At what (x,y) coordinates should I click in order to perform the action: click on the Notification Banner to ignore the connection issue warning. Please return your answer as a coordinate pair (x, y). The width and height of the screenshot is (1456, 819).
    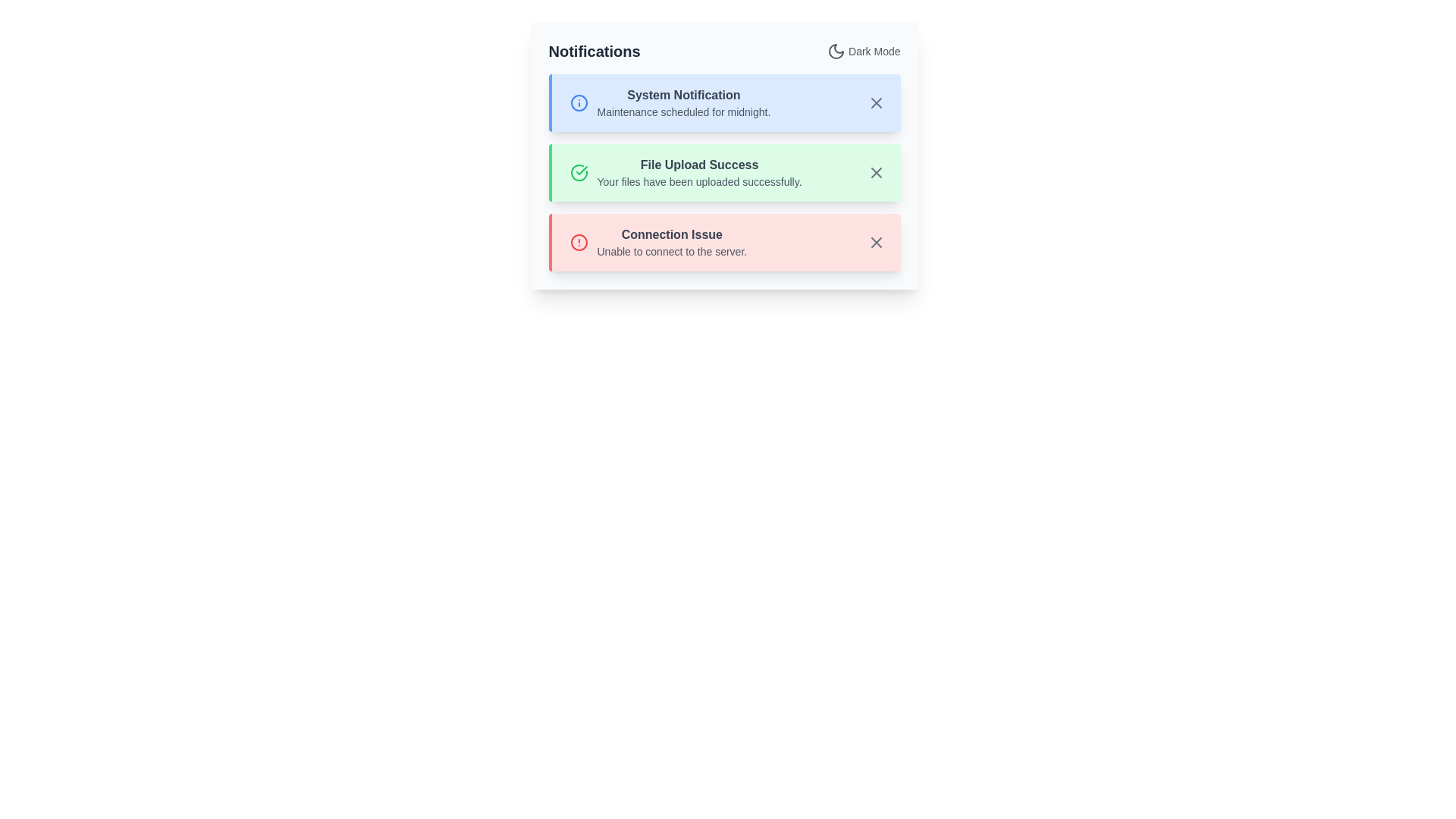
    Looking at the image, I should click on (723, 242).